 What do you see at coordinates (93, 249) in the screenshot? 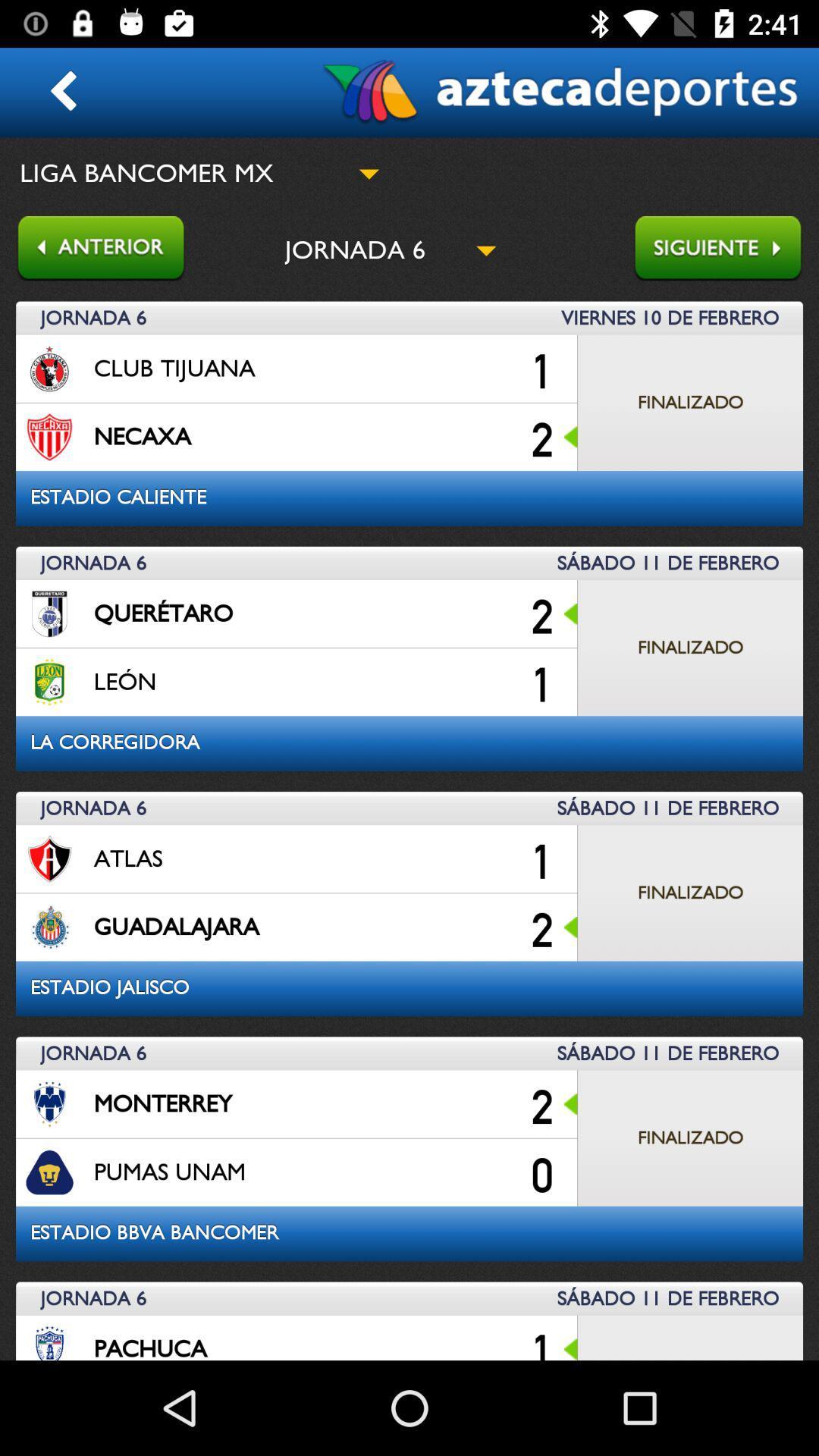
I see `go back` at bounding box center [93, 249].